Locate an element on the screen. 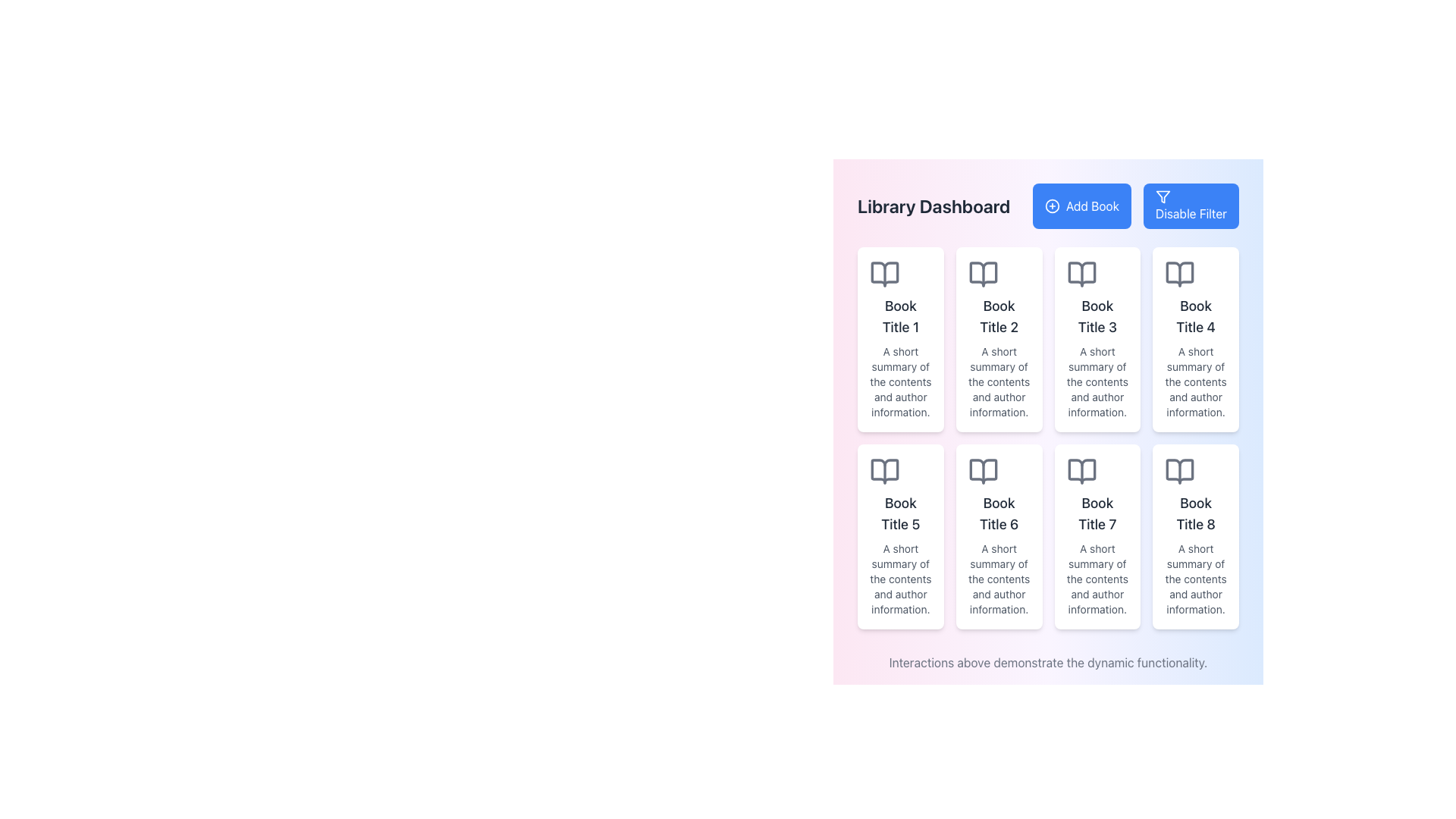  the icon representing the card labeled 'Book Title 7' located in the second row and third column of the grid, which indicates book or library-related content is located at coordinates (1081, 470).